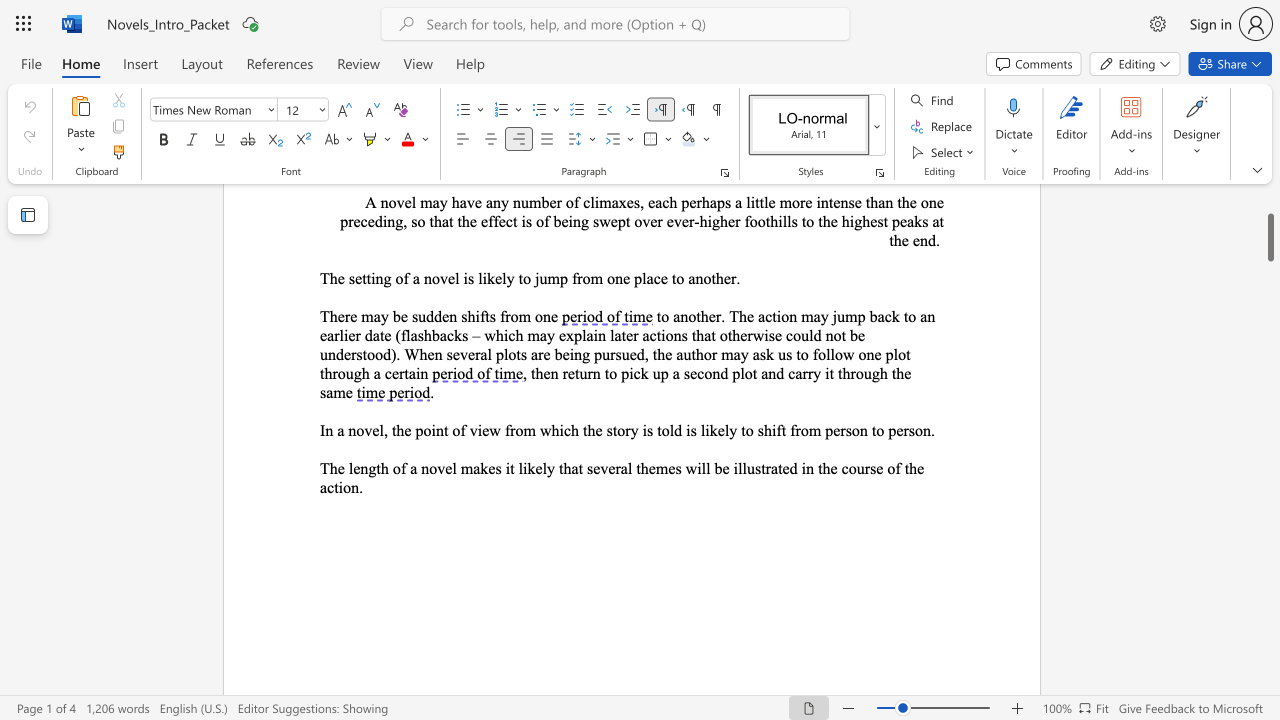 The width and height of the screenshot is (1280, 720). I want to click on the scrollbar and move up 150 pixels, so click(1269, 236).